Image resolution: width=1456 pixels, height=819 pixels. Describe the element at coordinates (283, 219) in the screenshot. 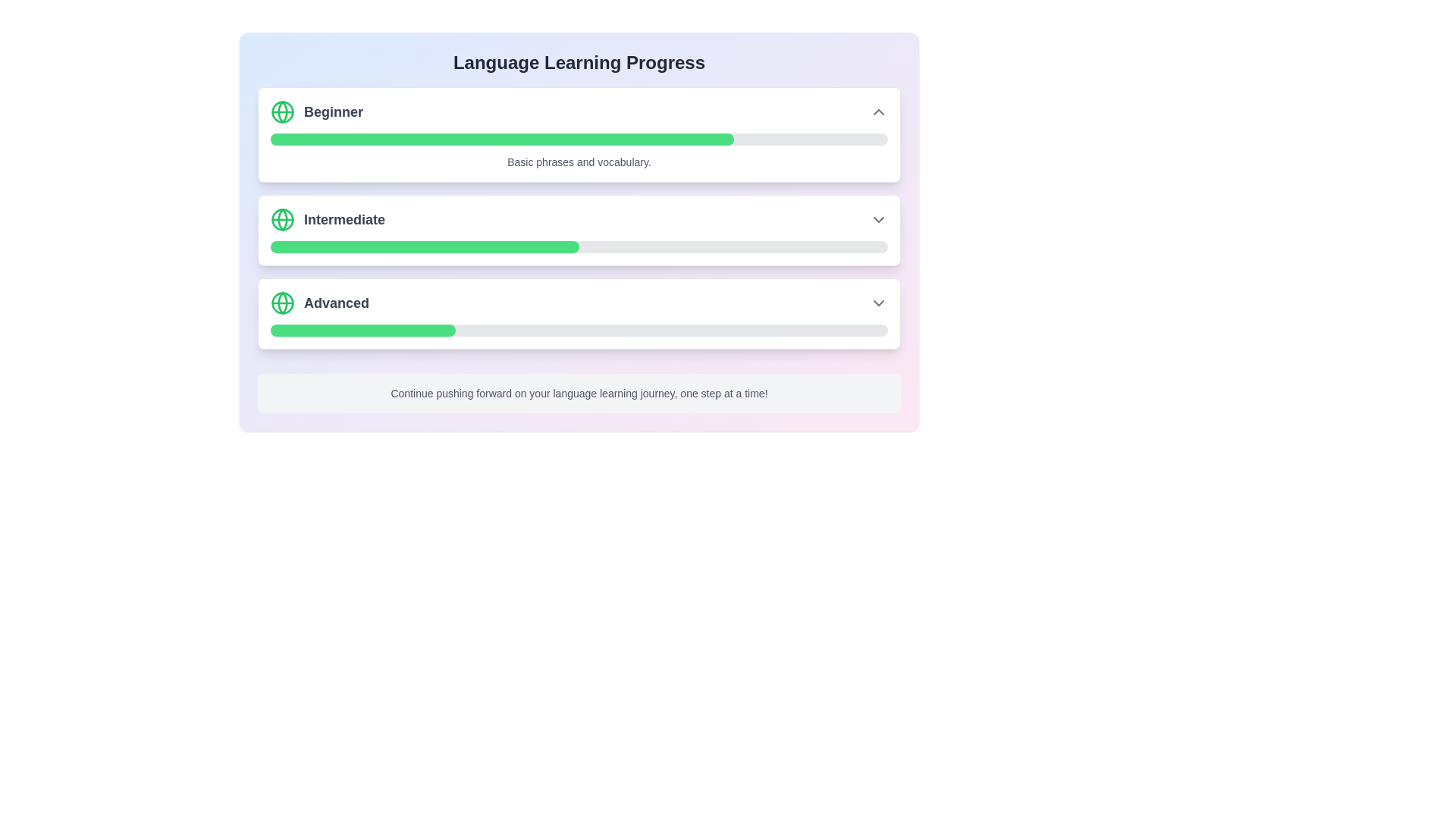

I see `the green globe icon located in the 'Intermediate' section, which is positioned to the left of the 'Intermediate' text` at that location.